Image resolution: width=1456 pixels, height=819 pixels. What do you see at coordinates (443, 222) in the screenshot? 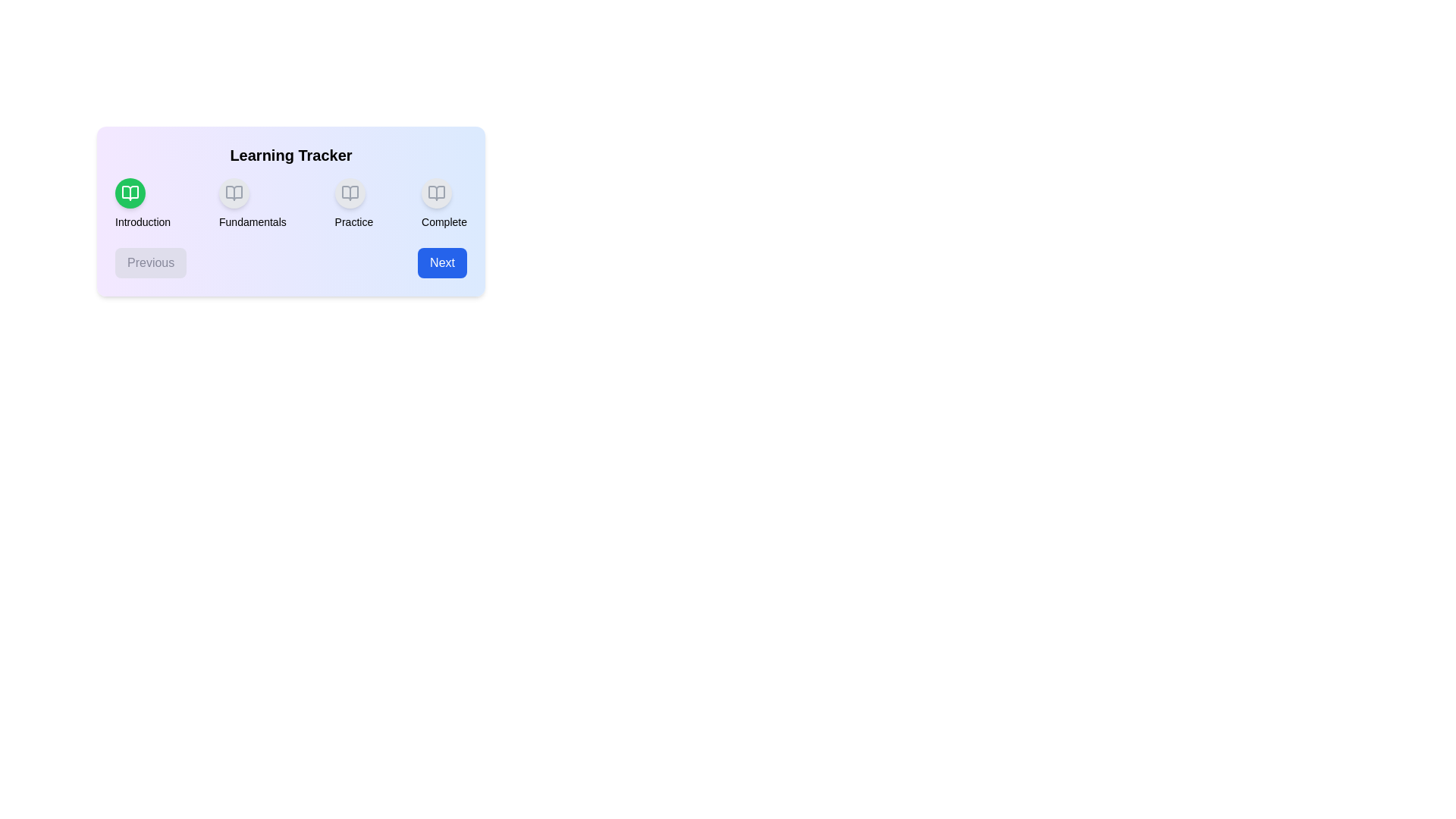
I see `the 'Complete' stage label in the 'Learning Tracker' header section, which is the fourth and final stage label aligned centrally below its corresponding icon` at bounding box center [443, 222].